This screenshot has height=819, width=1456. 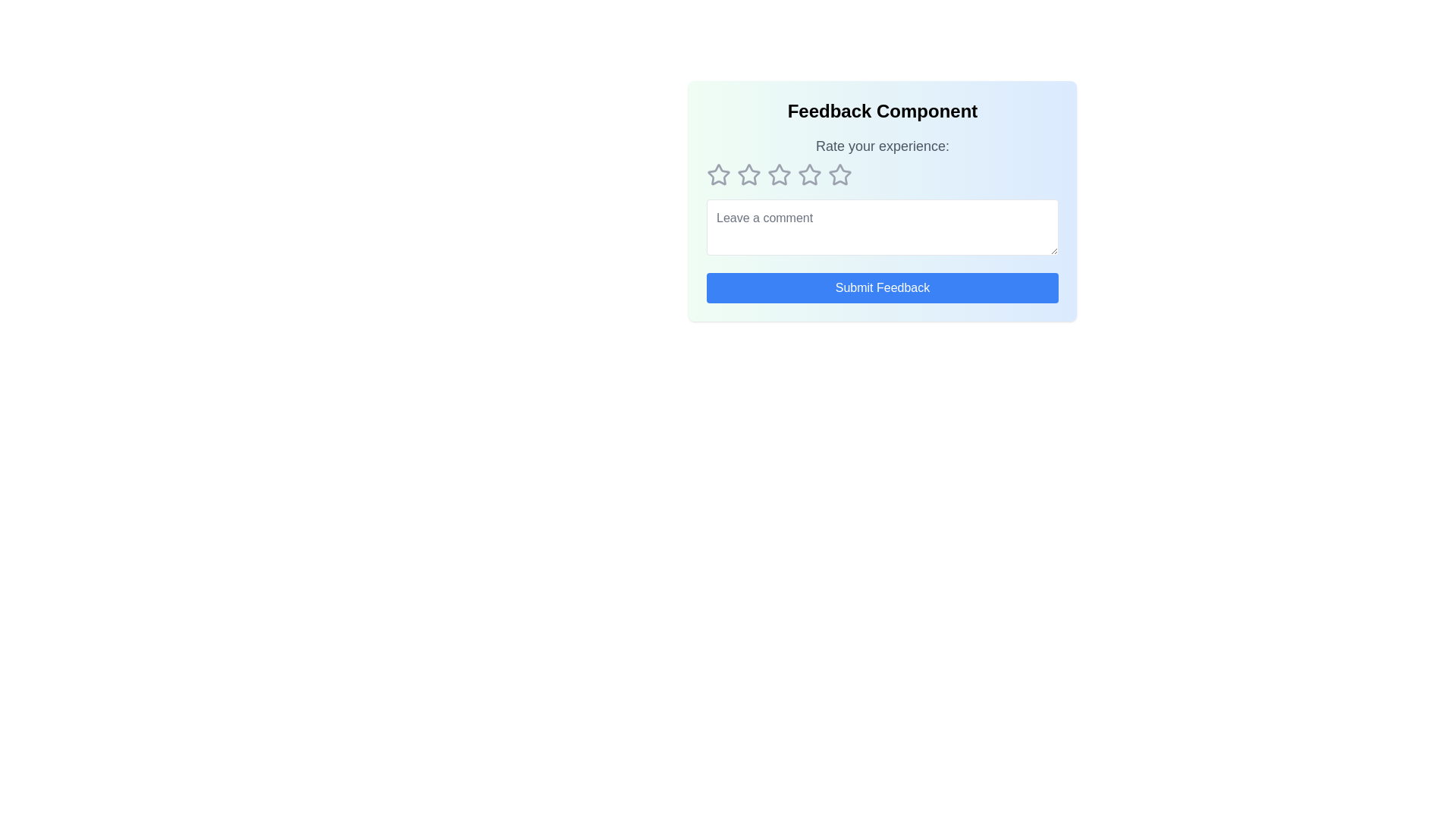 I want to click on the second star icon in the rating bar, so click(x=779, y=174).